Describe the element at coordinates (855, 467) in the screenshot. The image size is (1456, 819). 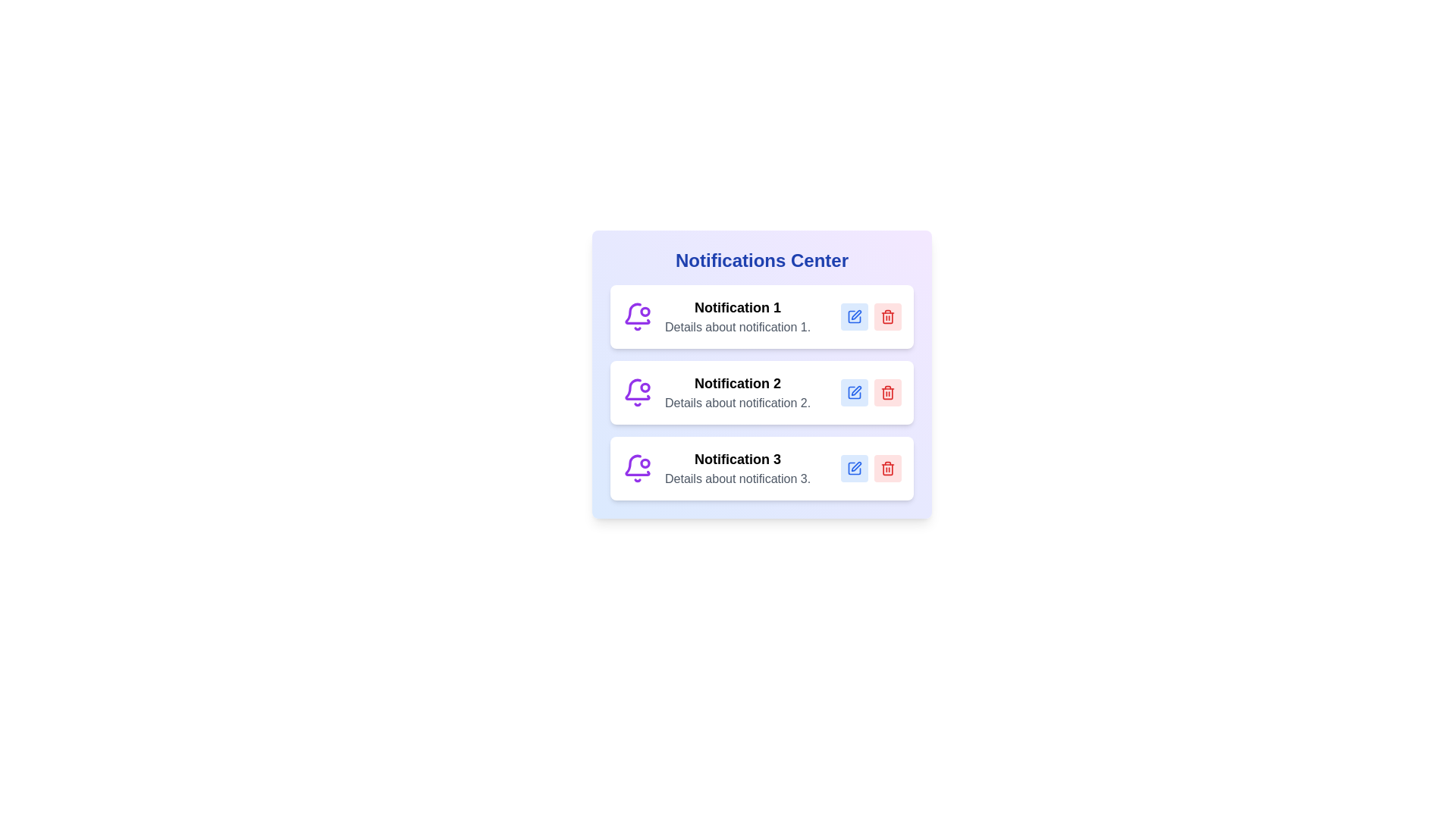
I see `the SVG Icon Button that symbolizes a square with a pen overlay located at the top-right corner of 'Notification 3' to initiate editing` at that location.